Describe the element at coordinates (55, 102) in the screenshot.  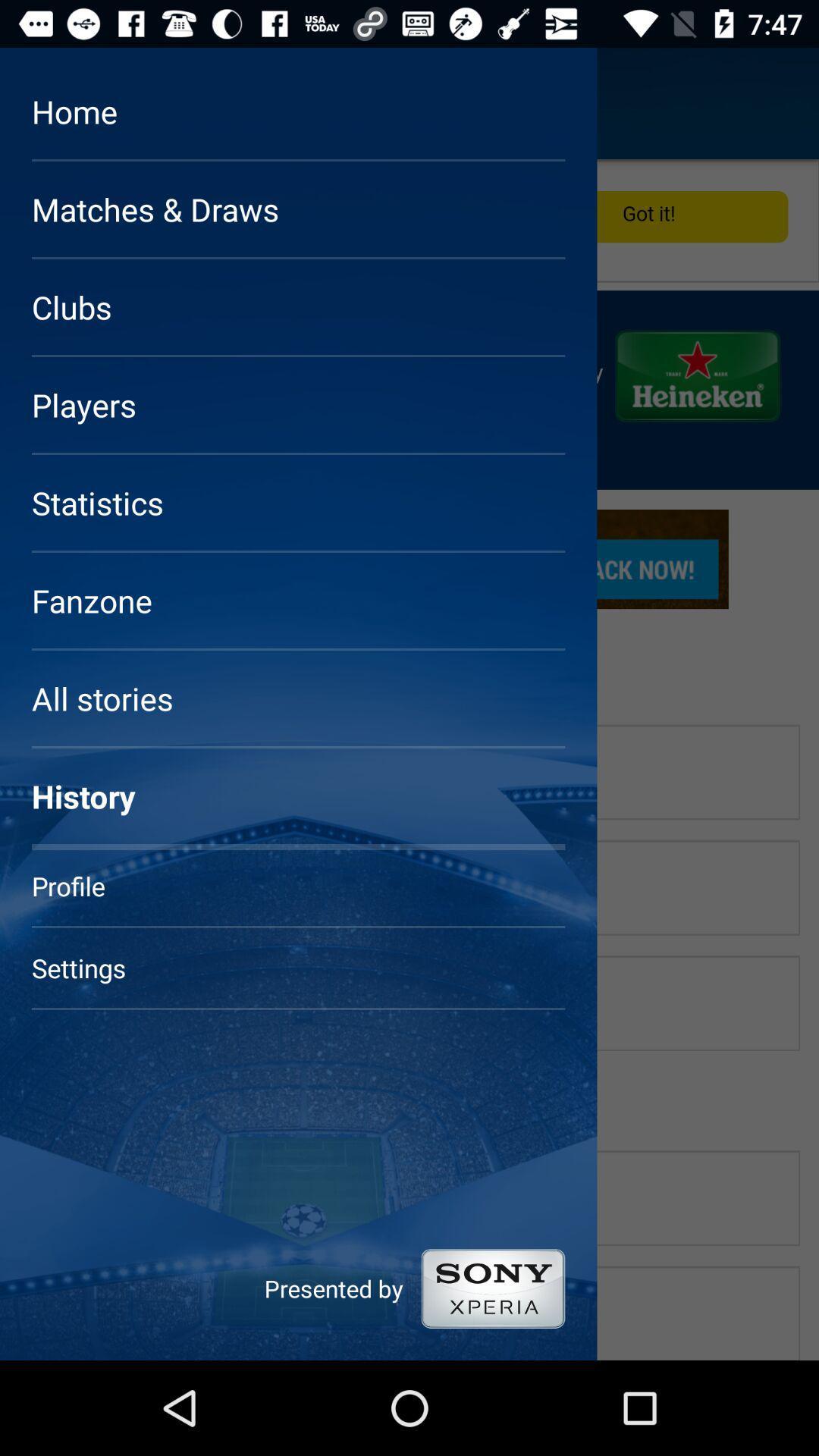
I see `home` at that location.